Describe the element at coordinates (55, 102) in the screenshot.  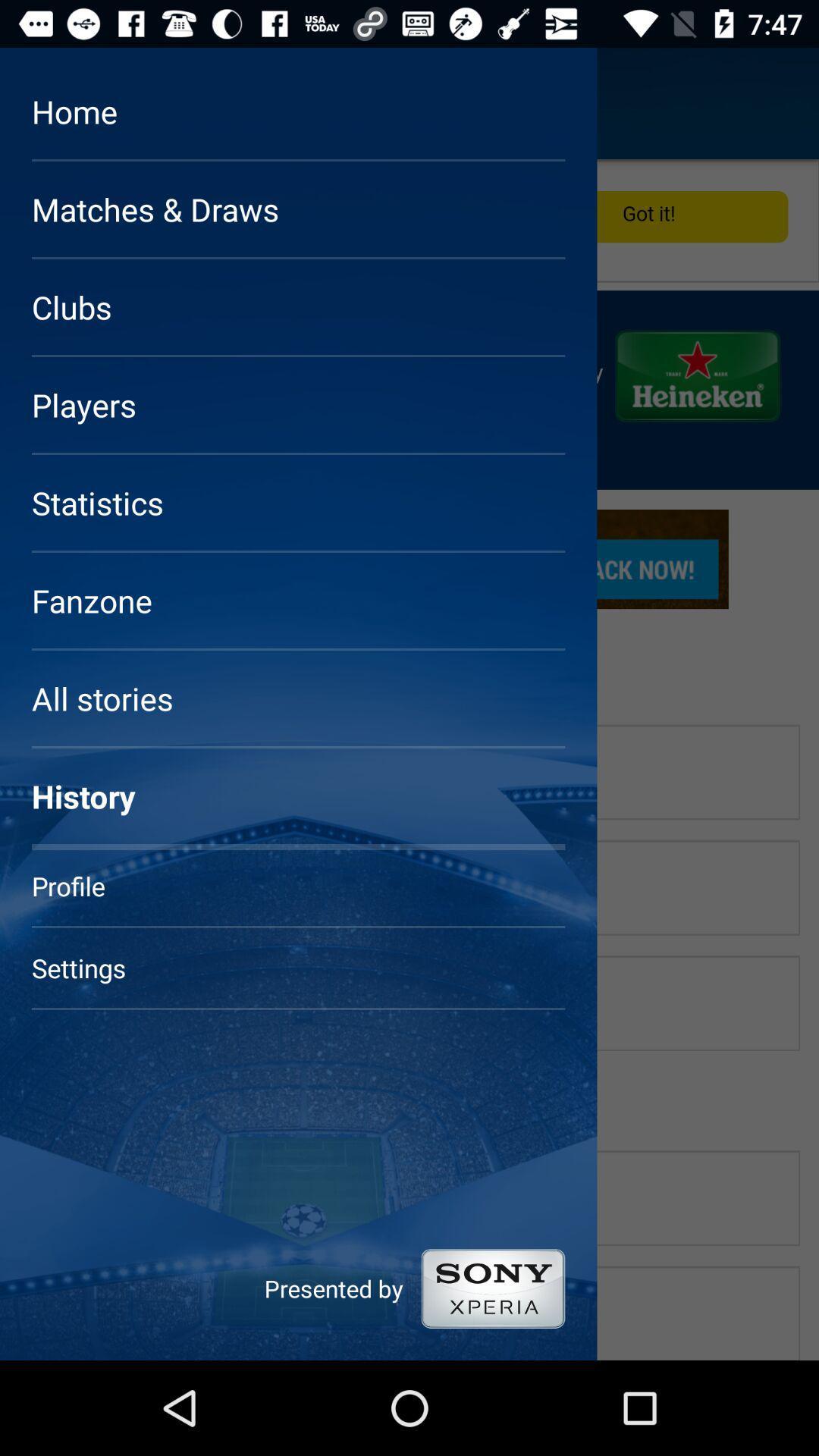
I see `home` at that location.